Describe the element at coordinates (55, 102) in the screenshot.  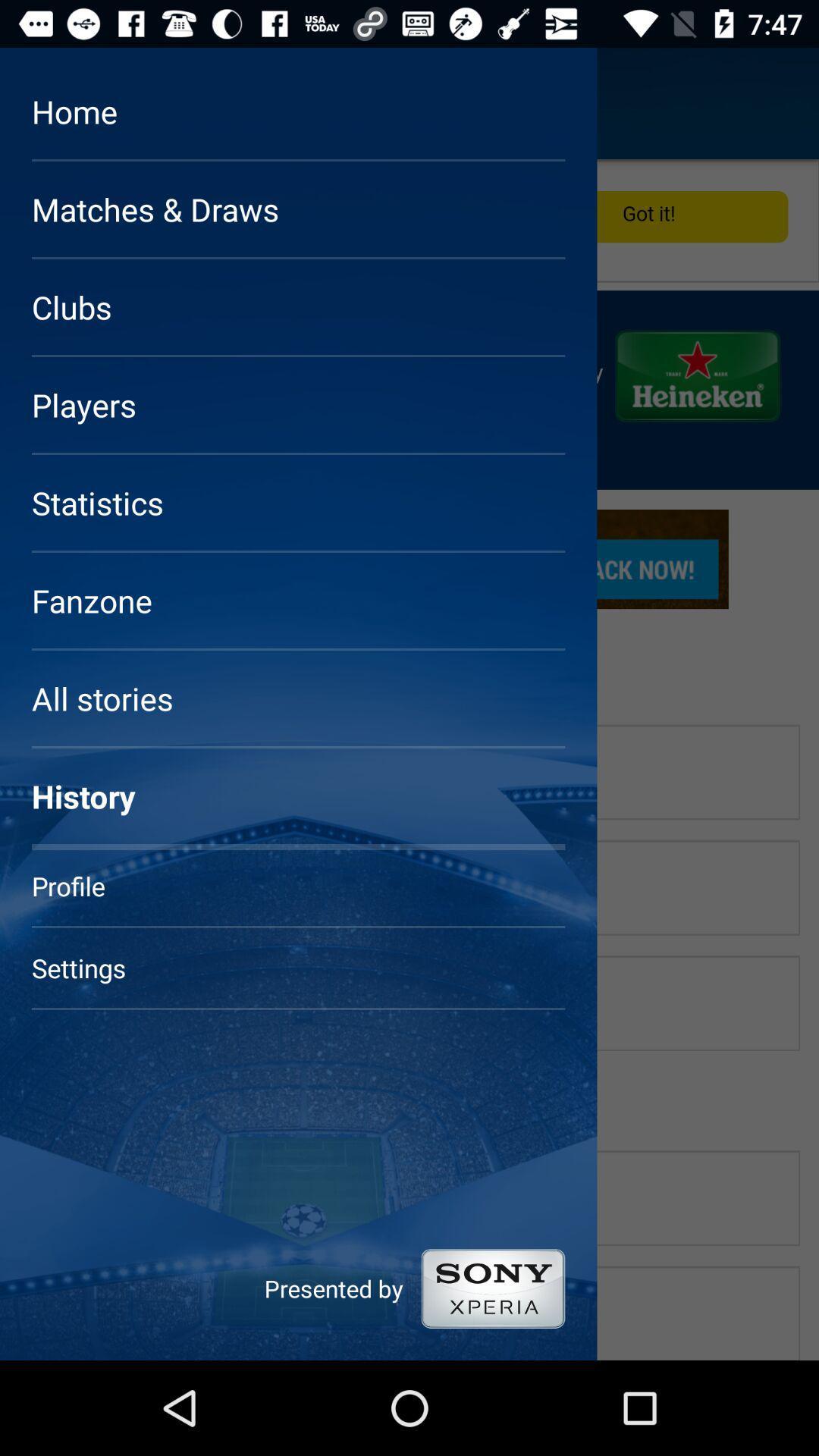
I see `home` at that location.